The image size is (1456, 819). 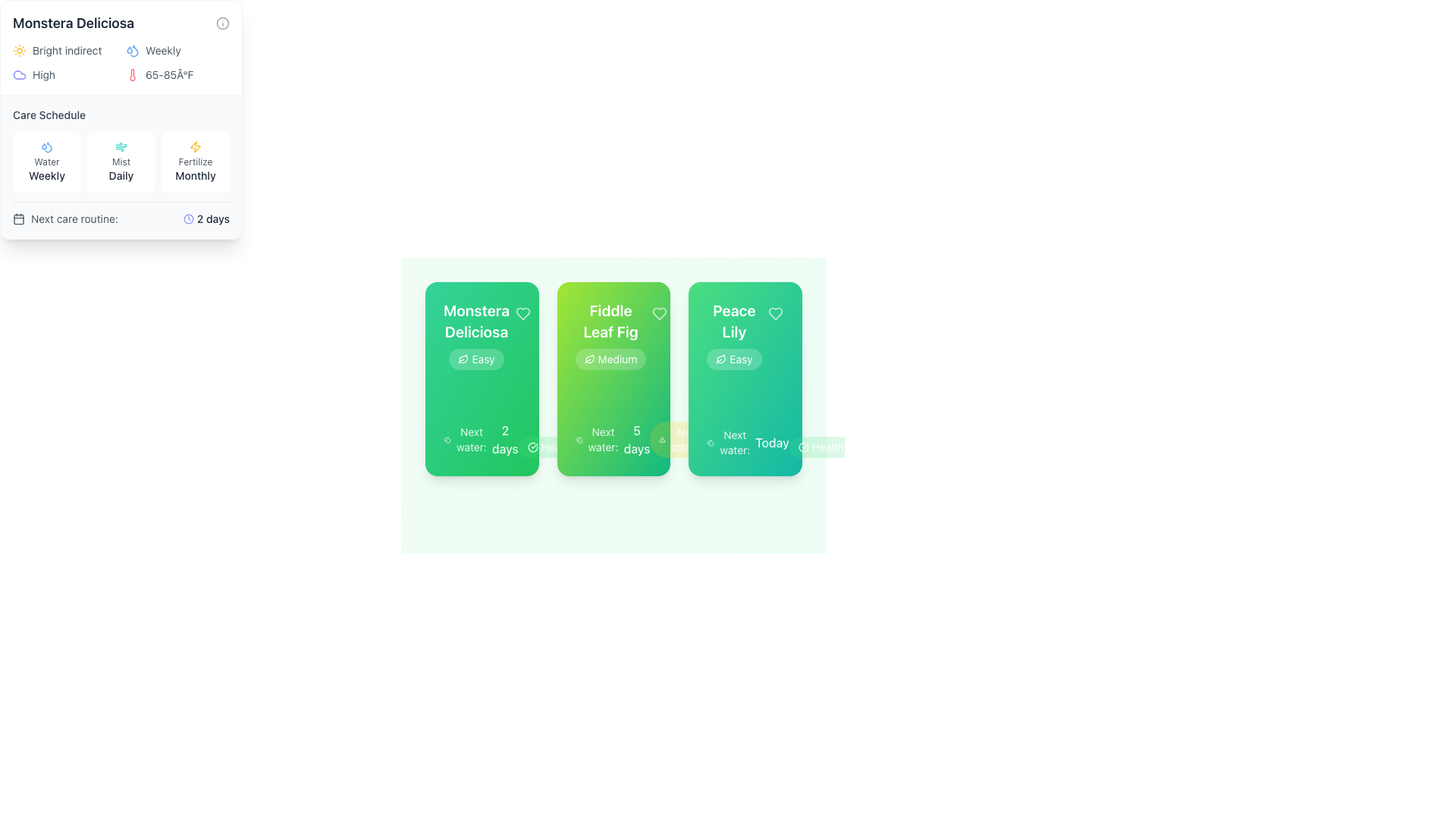 What do you see at coordinates (748, 442) in the screenshot?
I see `the Label with the text 'Next water: Today' and the water droplet icon, located in the third plant care card for 'Peace Lily'` at bounding box center [748, 442].